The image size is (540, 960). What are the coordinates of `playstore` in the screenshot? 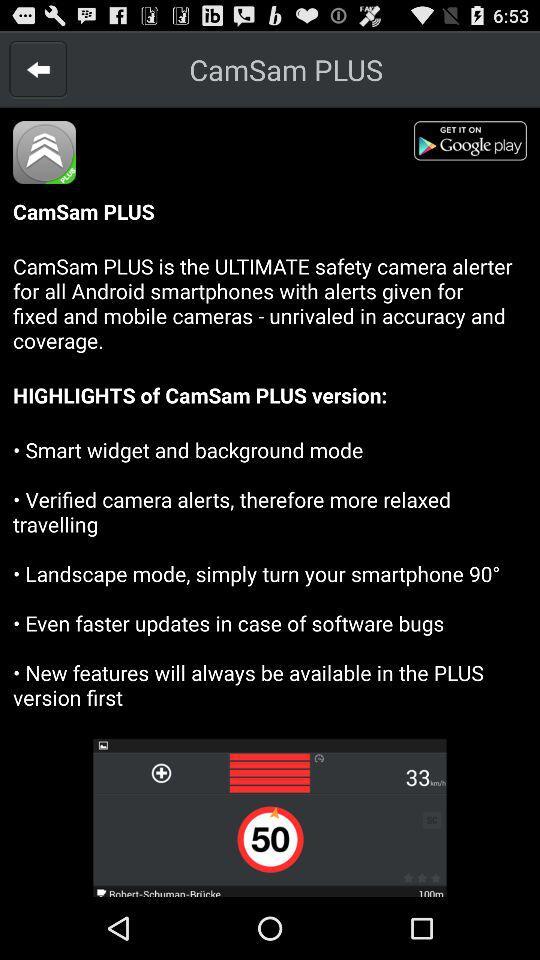 It's located at (475, 143).